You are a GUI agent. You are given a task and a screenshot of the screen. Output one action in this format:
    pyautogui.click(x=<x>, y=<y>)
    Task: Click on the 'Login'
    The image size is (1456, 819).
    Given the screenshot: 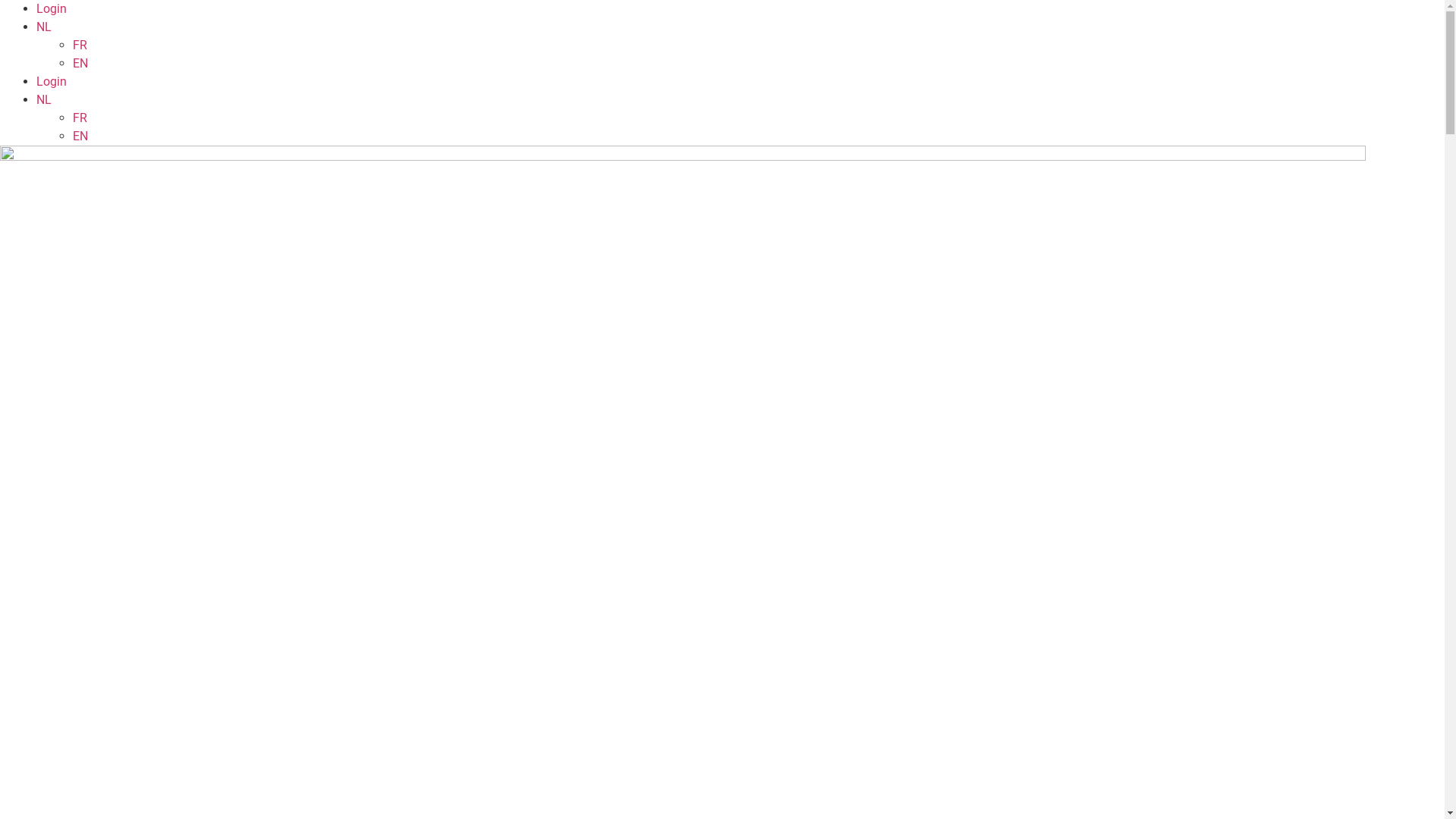 What is the action you would take?
    pyautogui.click(x=51, y=81)
    